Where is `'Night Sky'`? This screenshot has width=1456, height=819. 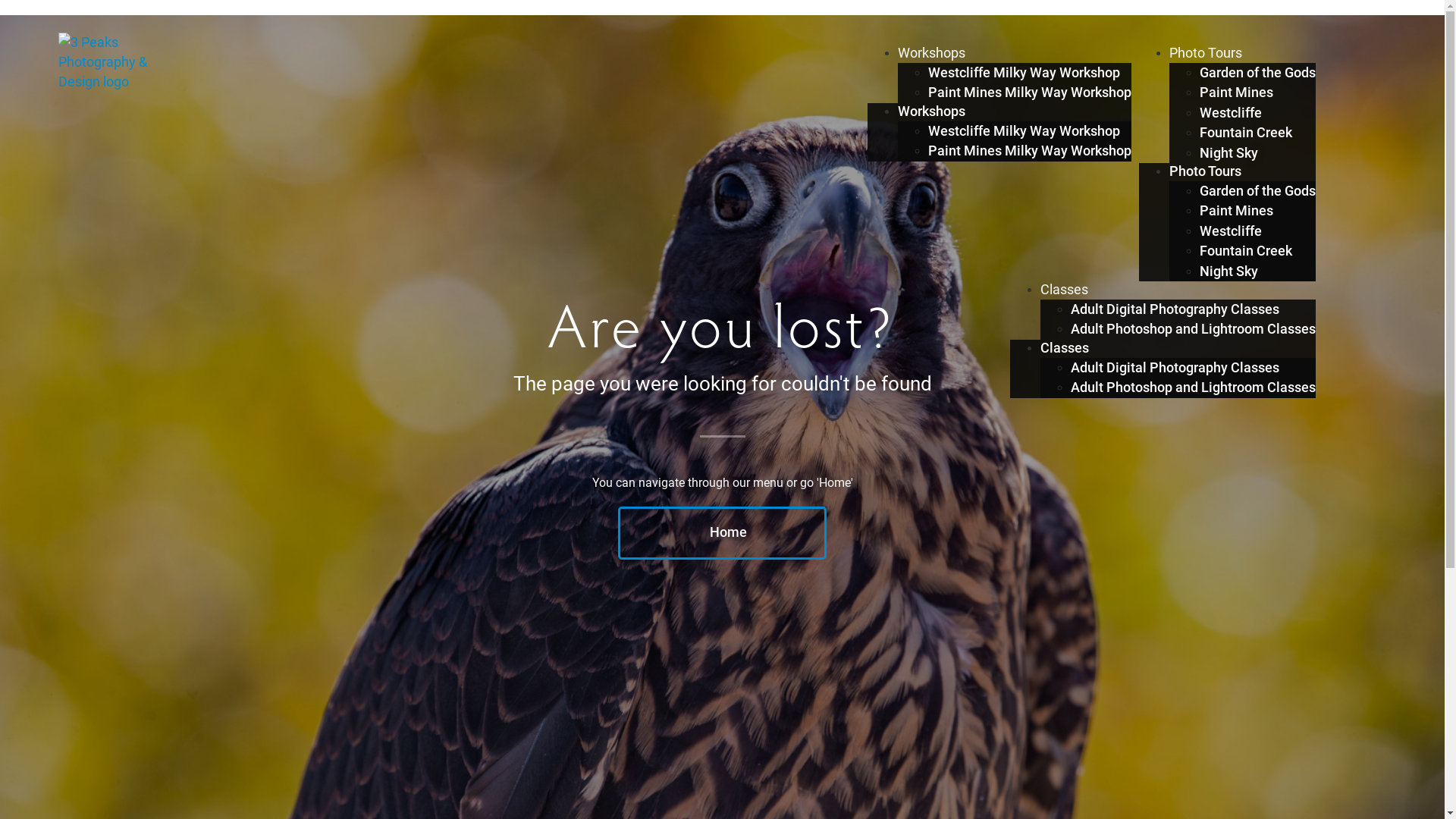 'Night Sky' is located at coordinates (1228, 271).